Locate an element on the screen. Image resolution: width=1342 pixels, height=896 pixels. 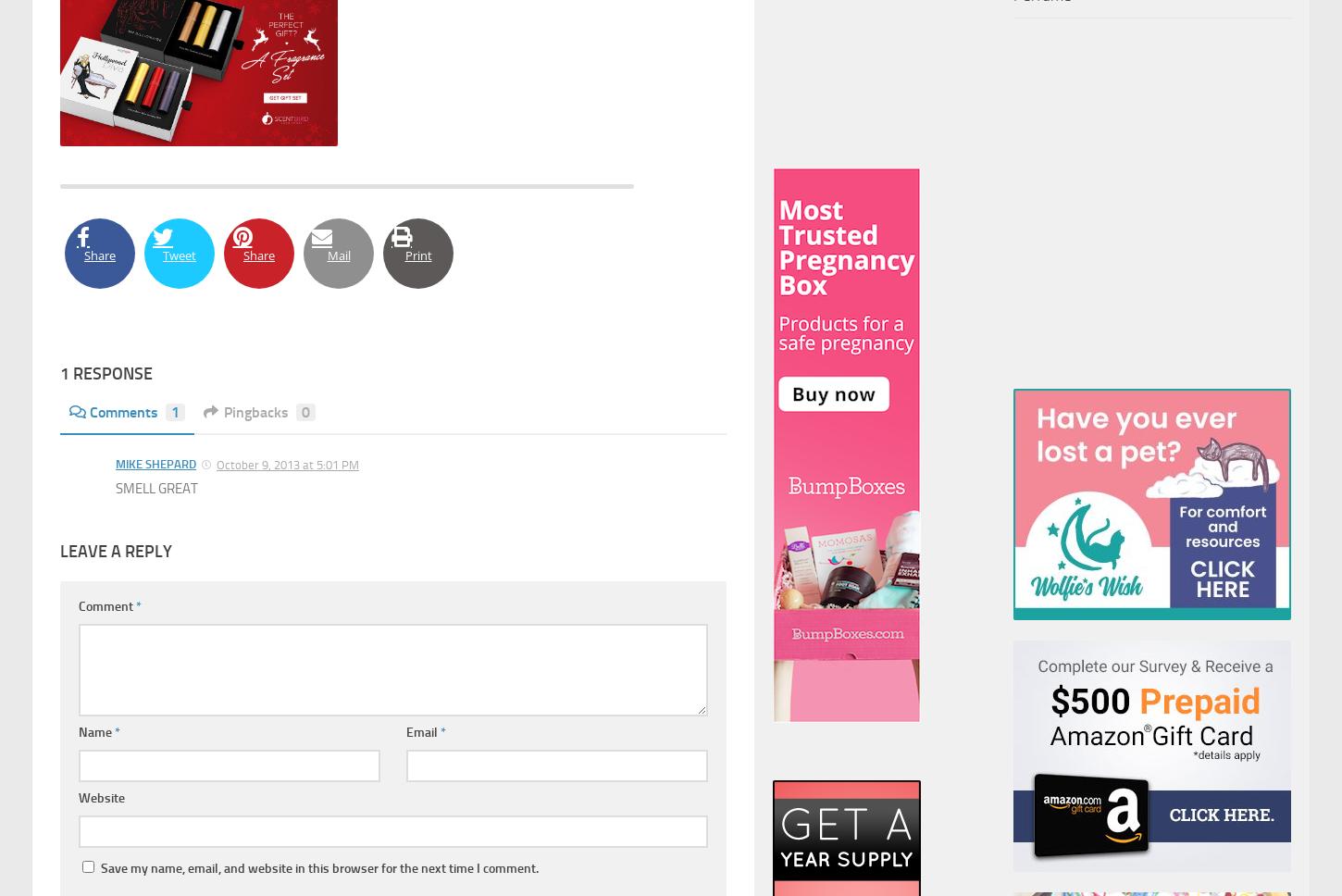
'Save my name, email, and website in this browser for the next time I comment.' is located at coordinates (319, 866).